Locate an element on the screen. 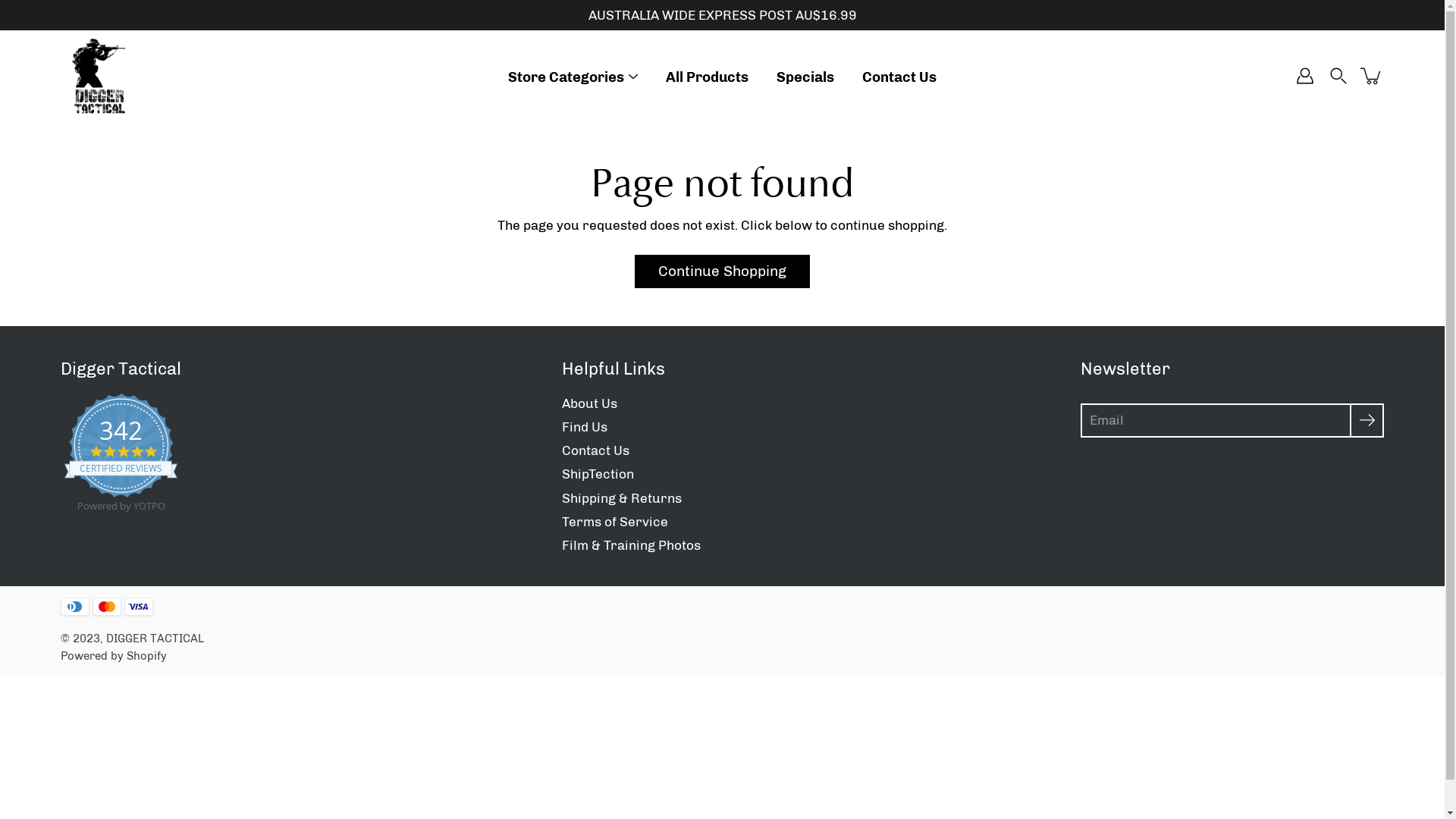  'Find Us' is located at coordinates (560, 427).